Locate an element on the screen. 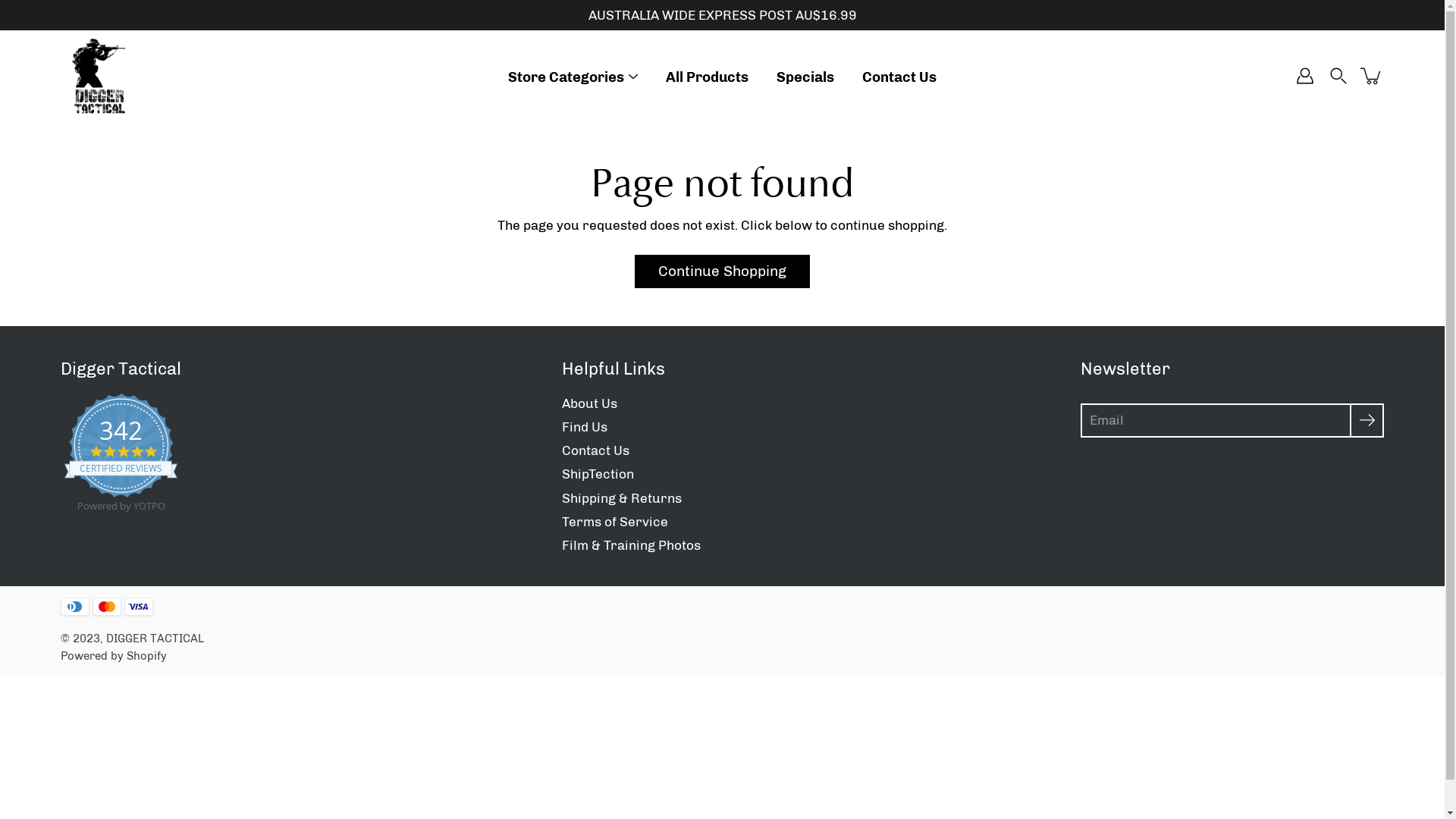  'Find Us' is located at coordinates (560, 427).